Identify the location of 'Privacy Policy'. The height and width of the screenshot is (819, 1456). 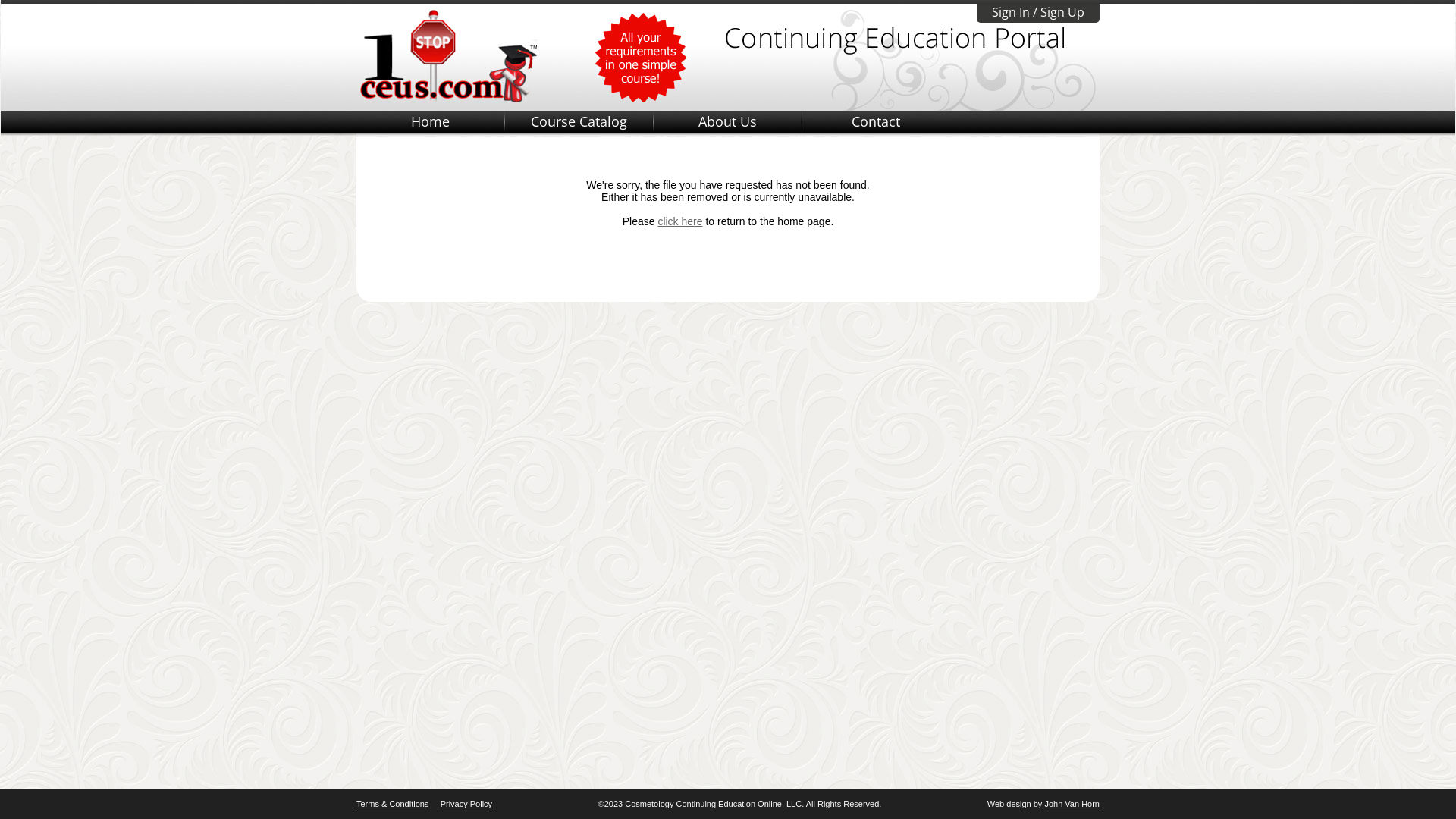
(465, 803).